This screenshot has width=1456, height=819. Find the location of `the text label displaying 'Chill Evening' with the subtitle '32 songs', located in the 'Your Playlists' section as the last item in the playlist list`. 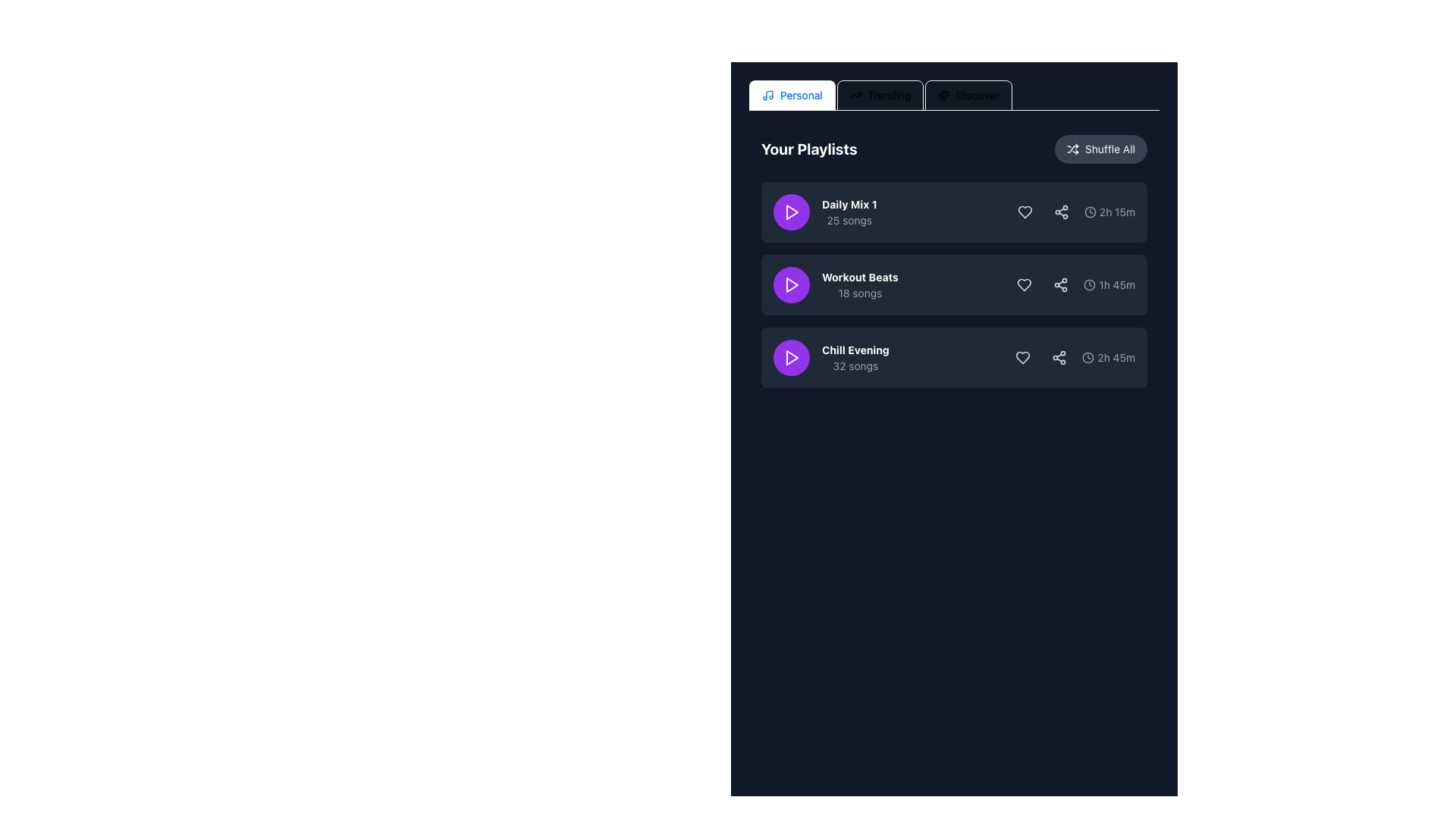

the text label displaying 'Chill Evening' with the subtitle '32 songs', located in the 'Your Playlists' section as the last item in the playlist list is located at coordinates (855, 357).